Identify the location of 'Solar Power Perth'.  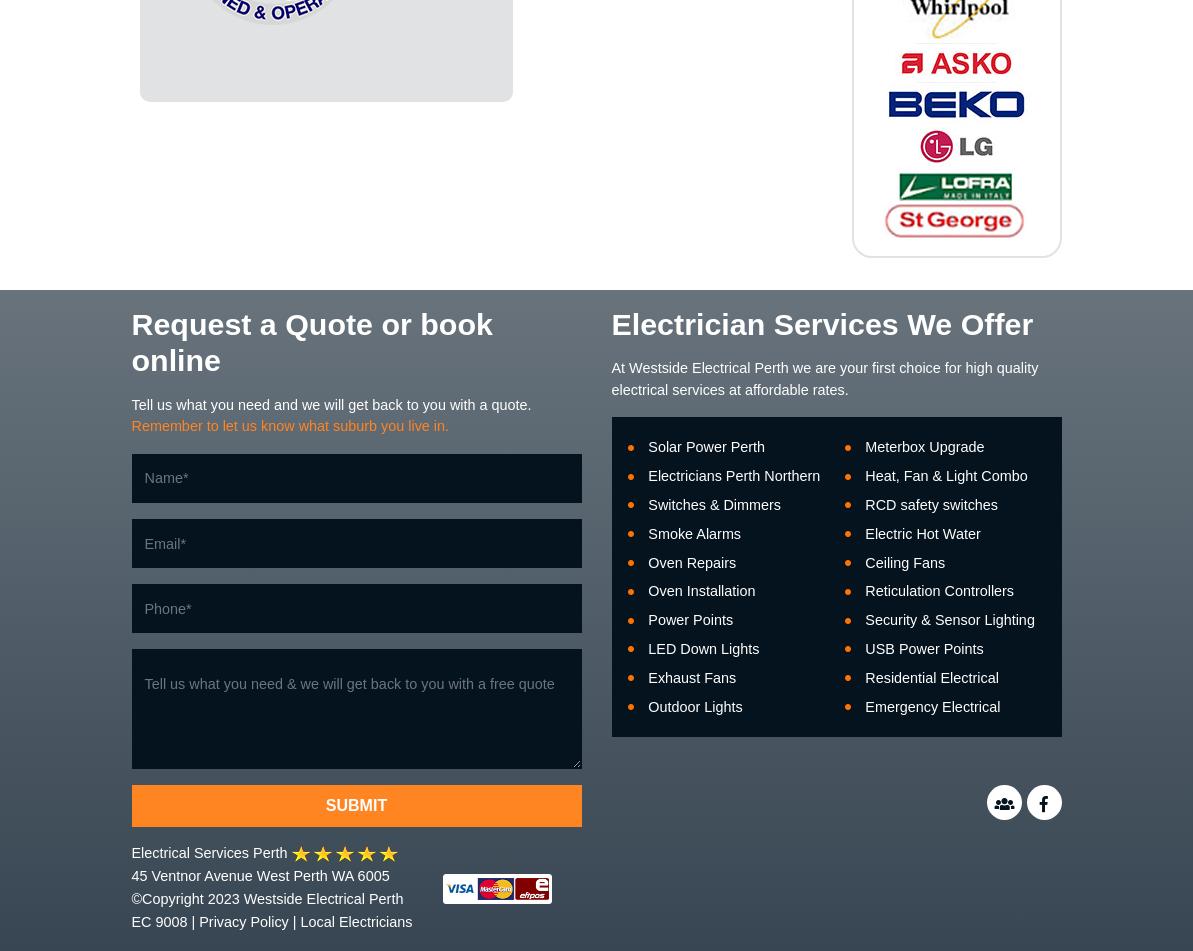
(705, 446).